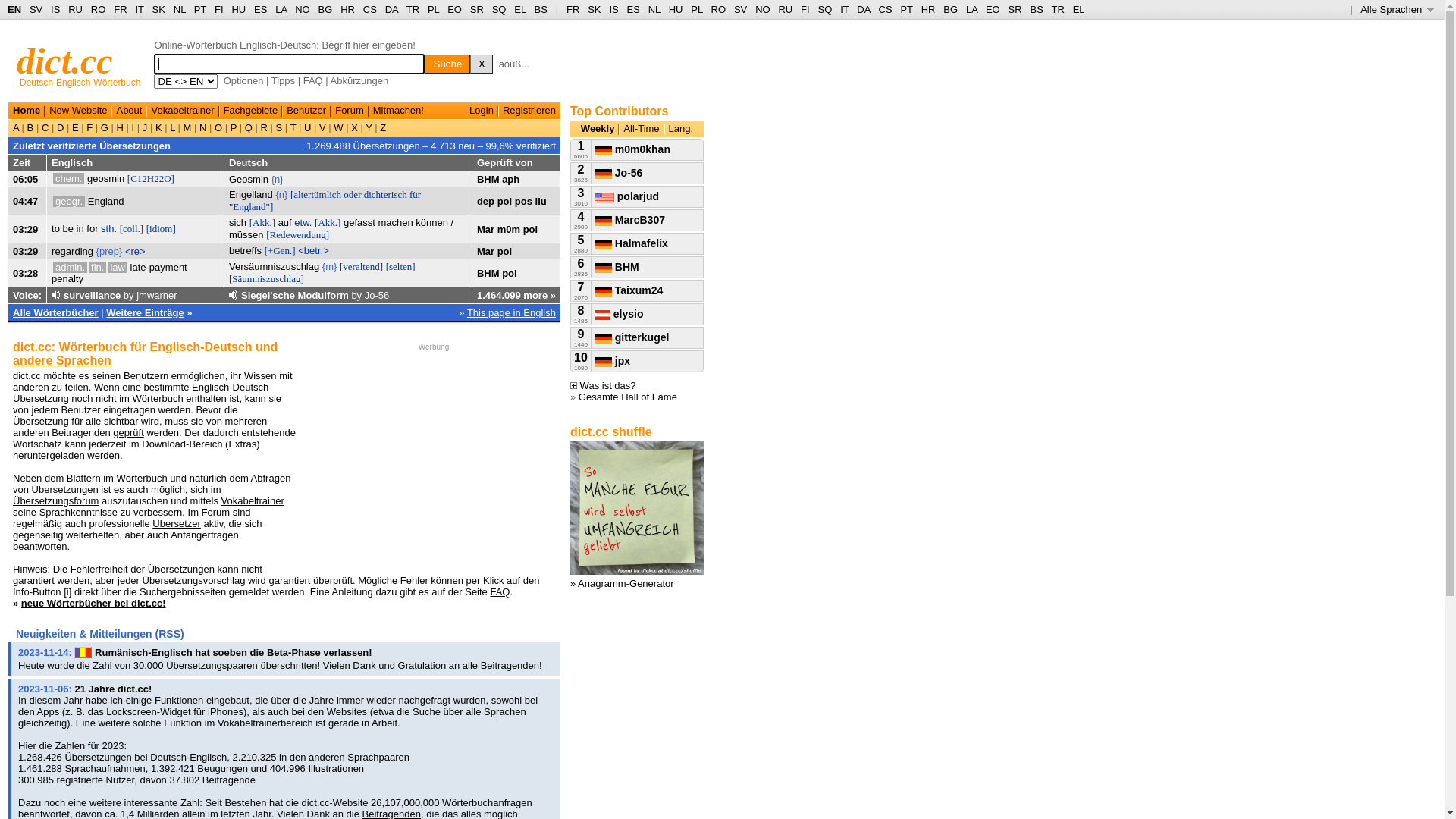  What do you see at coordinates (133, 127) in the screenshot?
I see `'I'` at bounding box center [133, 127].